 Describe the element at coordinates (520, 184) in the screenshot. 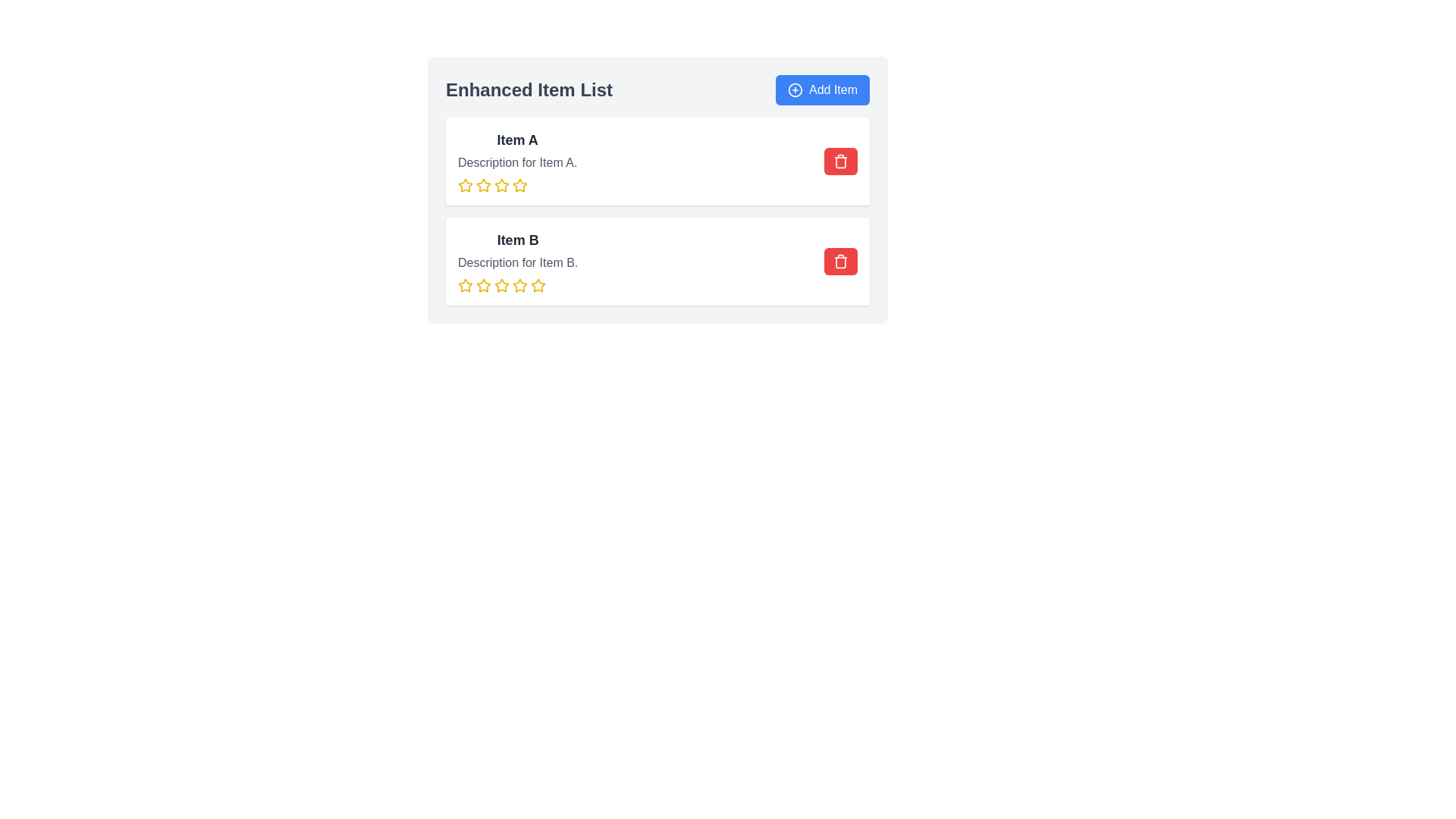

I see `the fourth star from the left in the row of five stars under the 'Item A' section` at that location.